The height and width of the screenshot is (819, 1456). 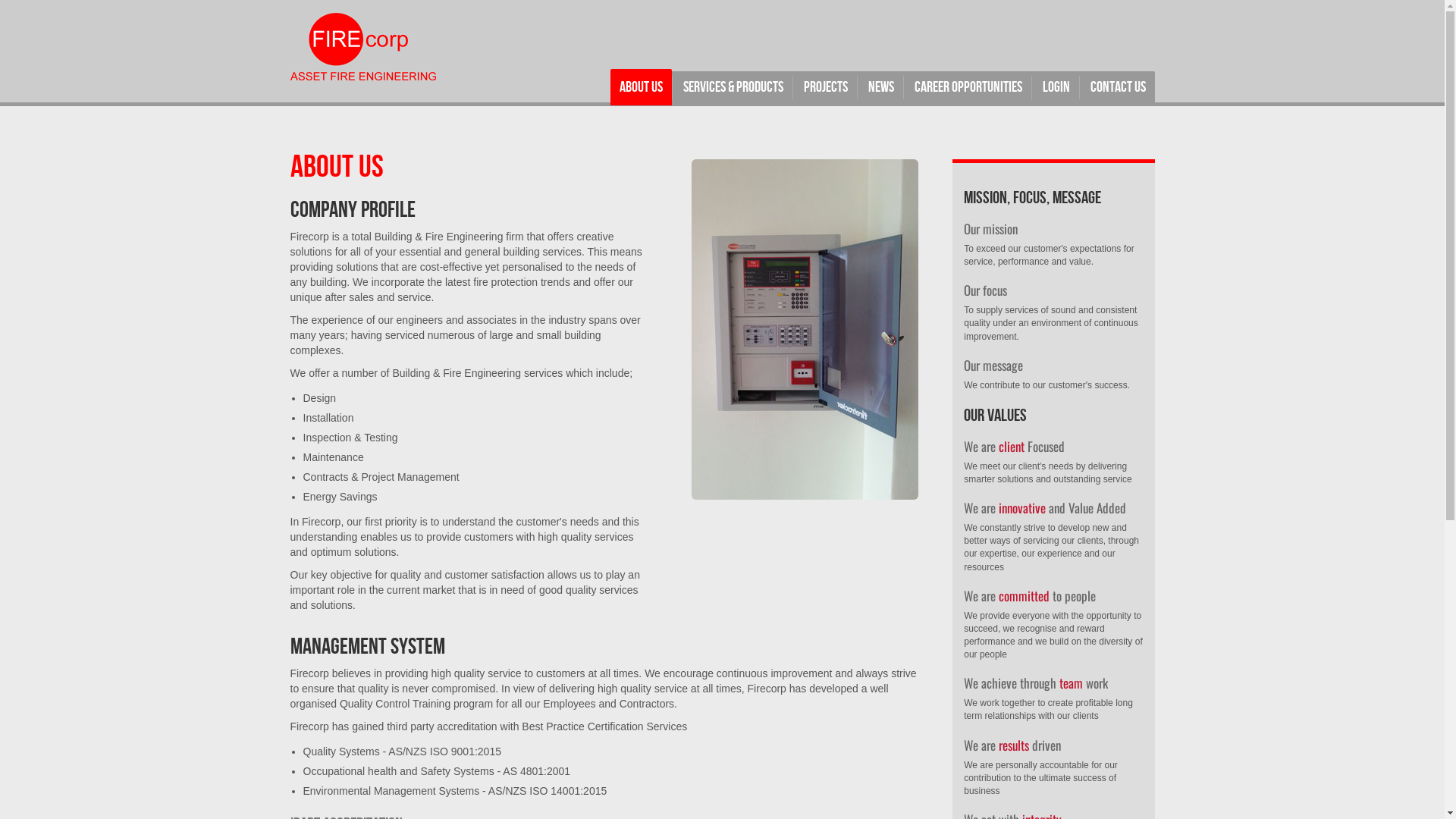 I want to click on 'LOGIN', so click(x=1032, y=87).